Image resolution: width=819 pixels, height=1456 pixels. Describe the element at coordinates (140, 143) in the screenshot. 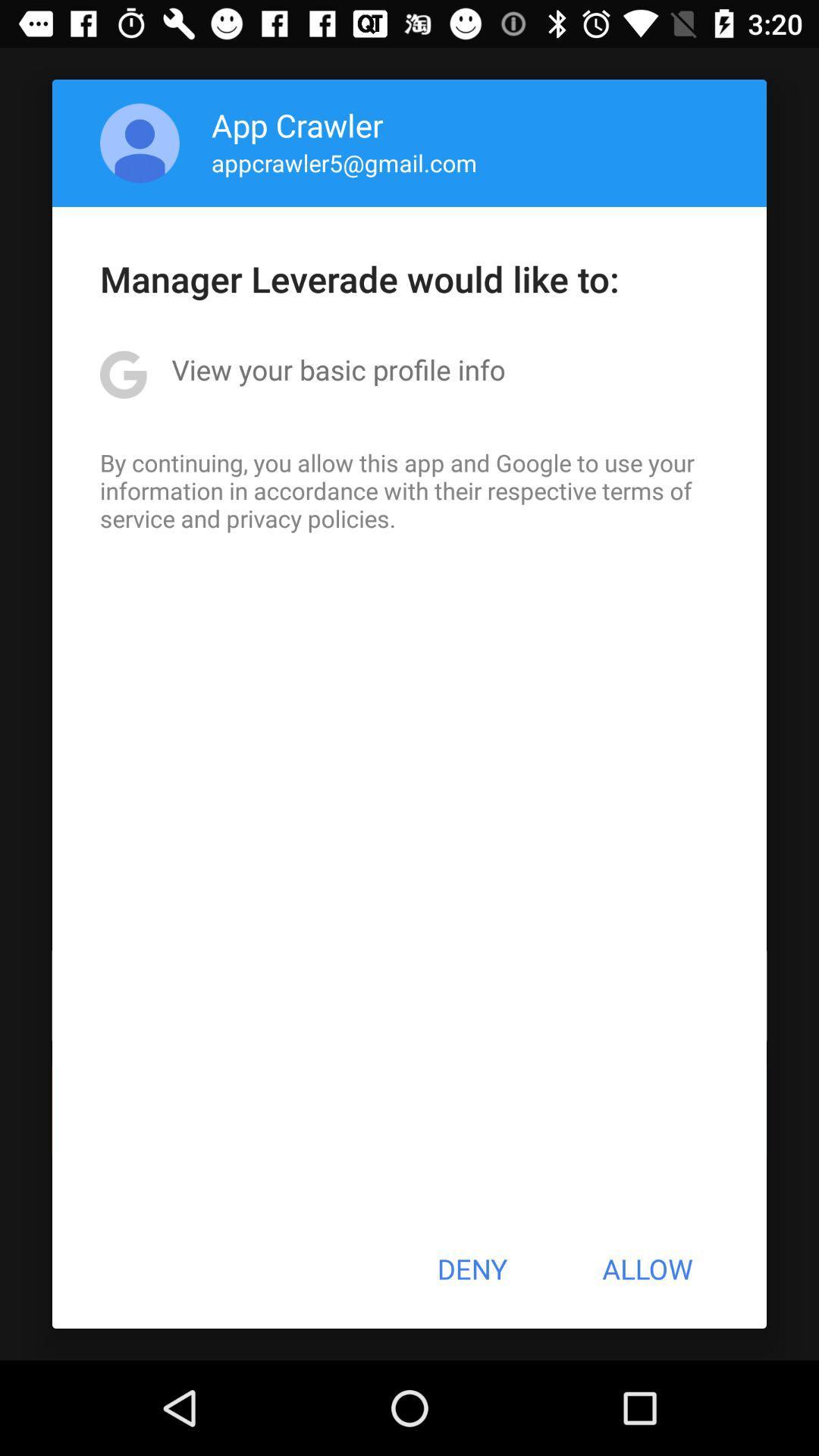

I see `item above manager leverade would item` at that location.